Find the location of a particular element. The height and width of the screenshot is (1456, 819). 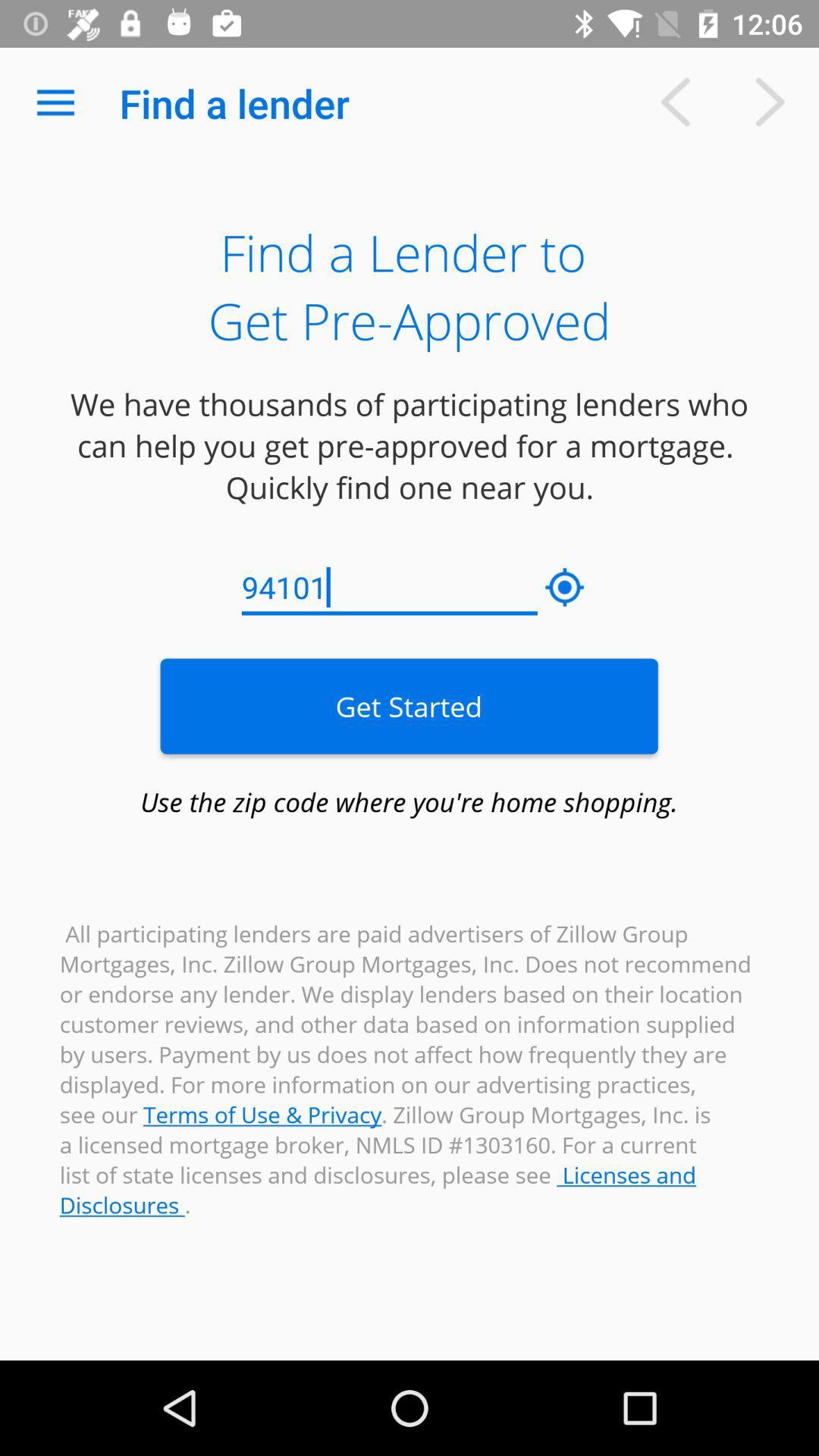

the icon to the left of find a lender app is located at coordinates (55, 102).